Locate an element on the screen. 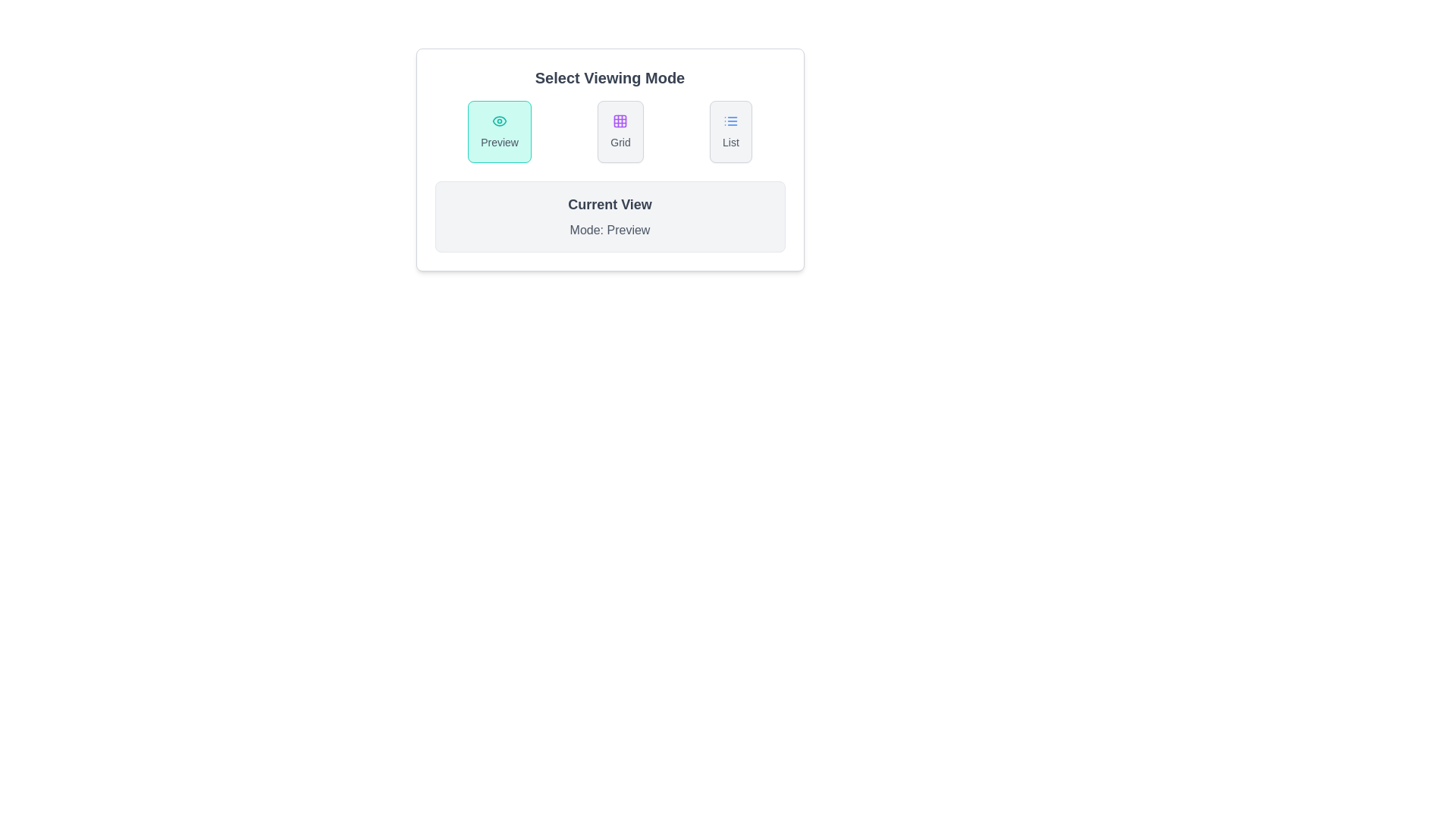 The image size is (1456, 819). the eye icon within the 'Preview' button in the 'Select Viewing Mode' section is located at coordinates (500, 120).